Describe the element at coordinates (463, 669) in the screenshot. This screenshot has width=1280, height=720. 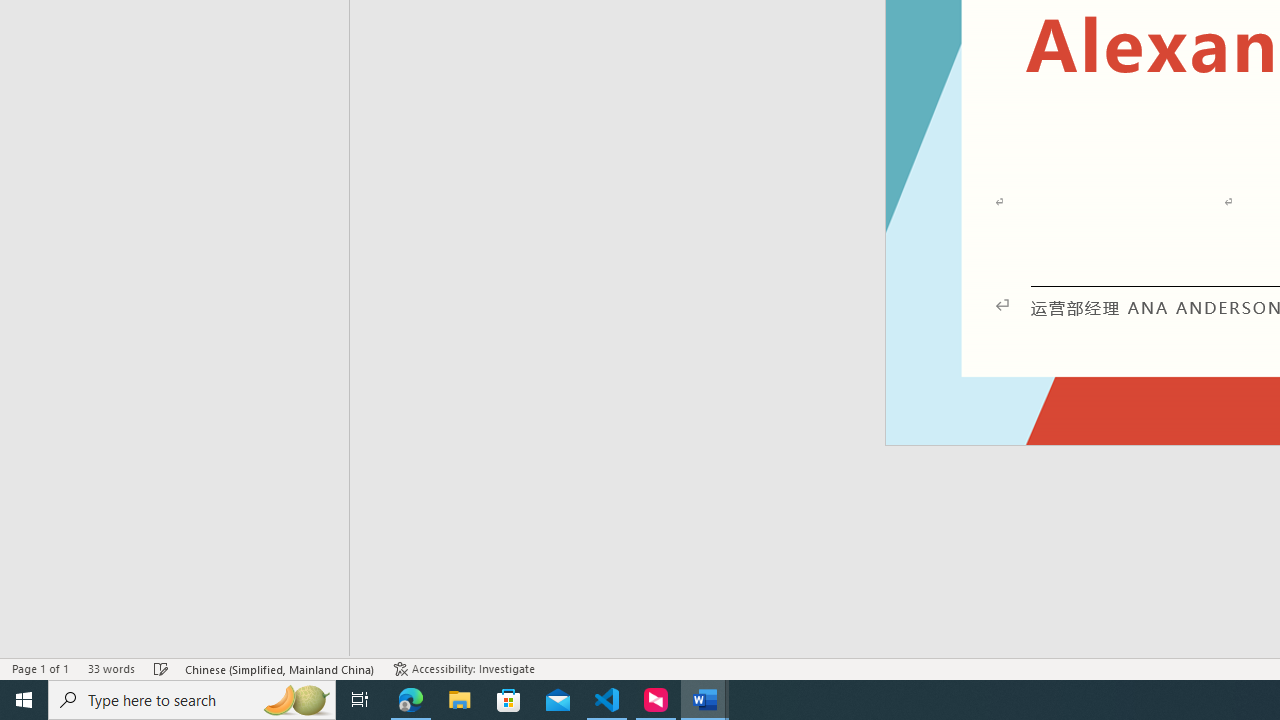
I see `'Accessibility Checker Accessibility: Investigate'` at that location.